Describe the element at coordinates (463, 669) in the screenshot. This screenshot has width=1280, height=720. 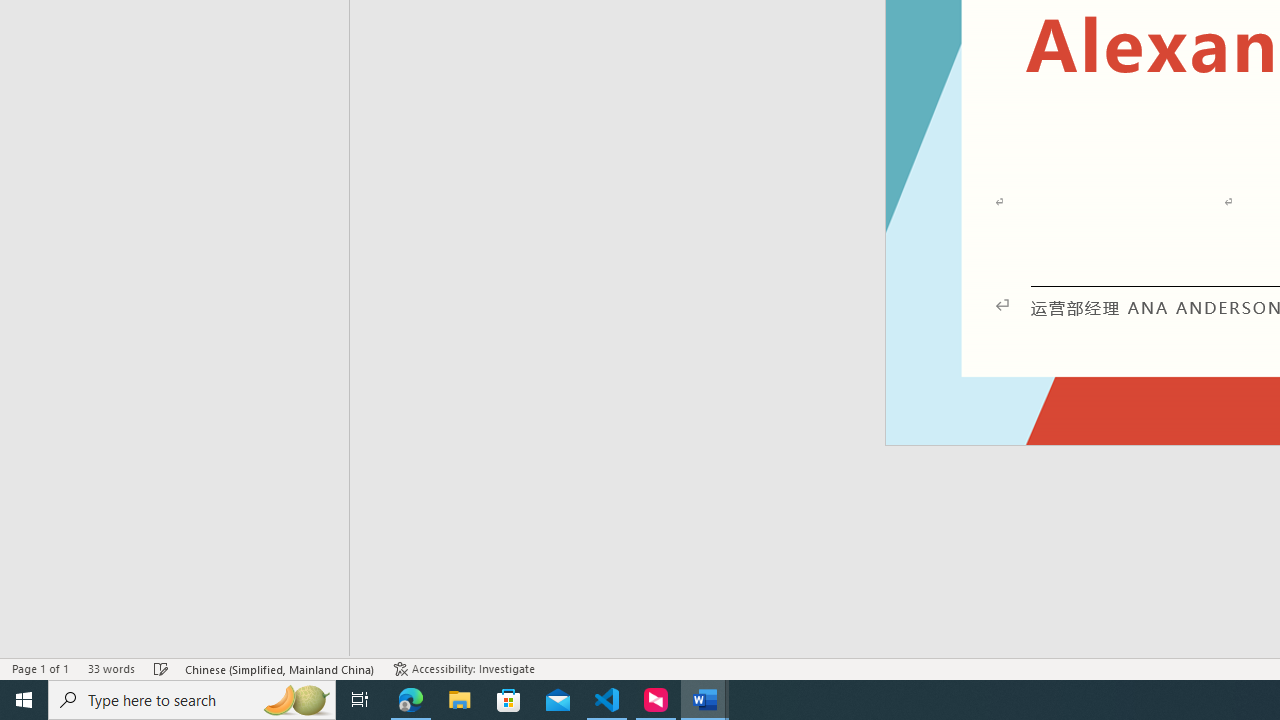
I see `'Accessibility Checker Accessibility: Investigate'` at that location.